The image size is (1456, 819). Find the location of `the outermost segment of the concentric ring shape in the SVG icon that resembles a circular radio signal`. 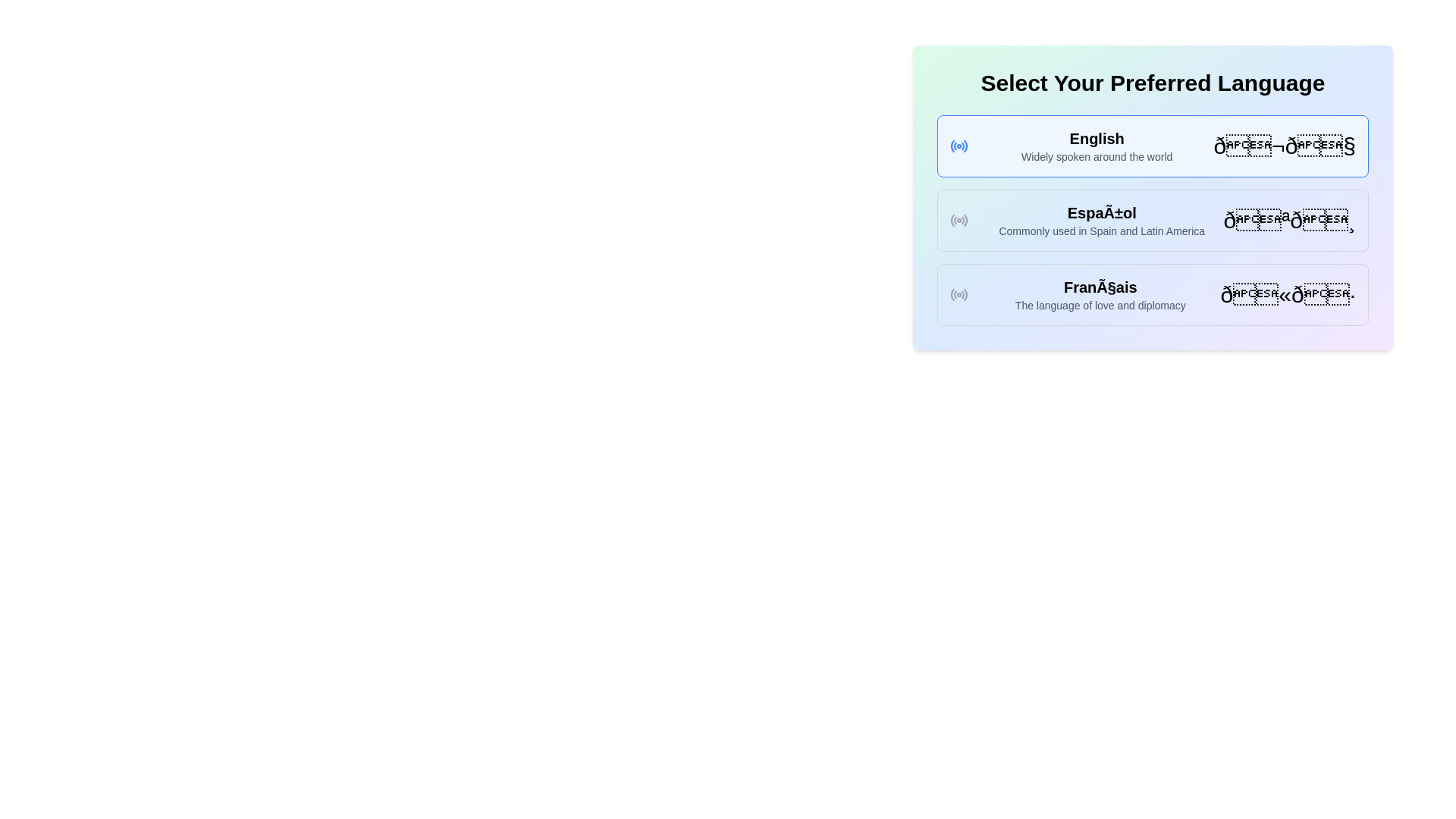

the outermost segment of the concentric ring shape in the SVG icon that resembles a circular radio signal is located at coordinates (965, 220).